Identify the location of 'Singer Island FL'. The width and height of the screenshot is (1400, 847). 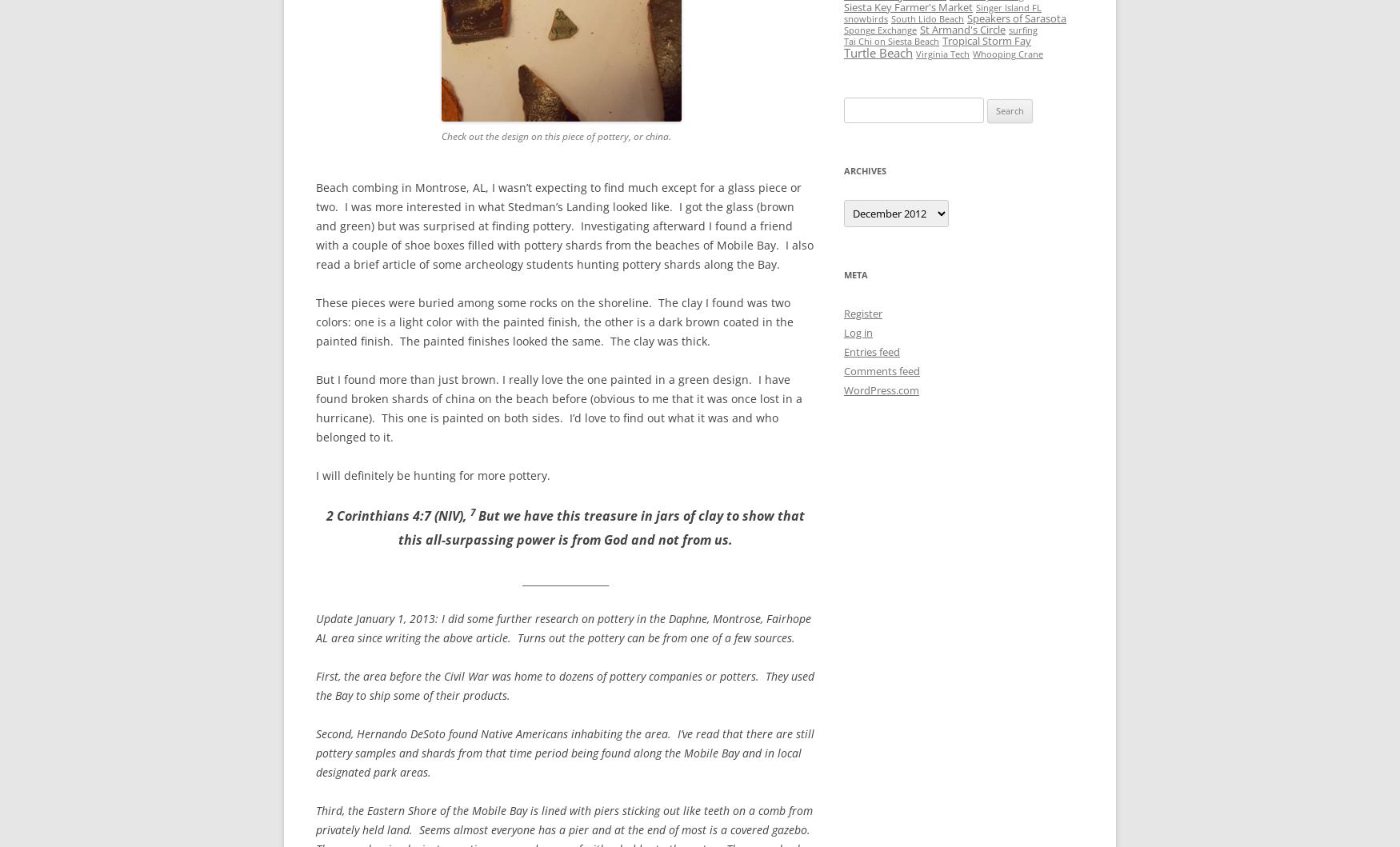
(1008, 7).